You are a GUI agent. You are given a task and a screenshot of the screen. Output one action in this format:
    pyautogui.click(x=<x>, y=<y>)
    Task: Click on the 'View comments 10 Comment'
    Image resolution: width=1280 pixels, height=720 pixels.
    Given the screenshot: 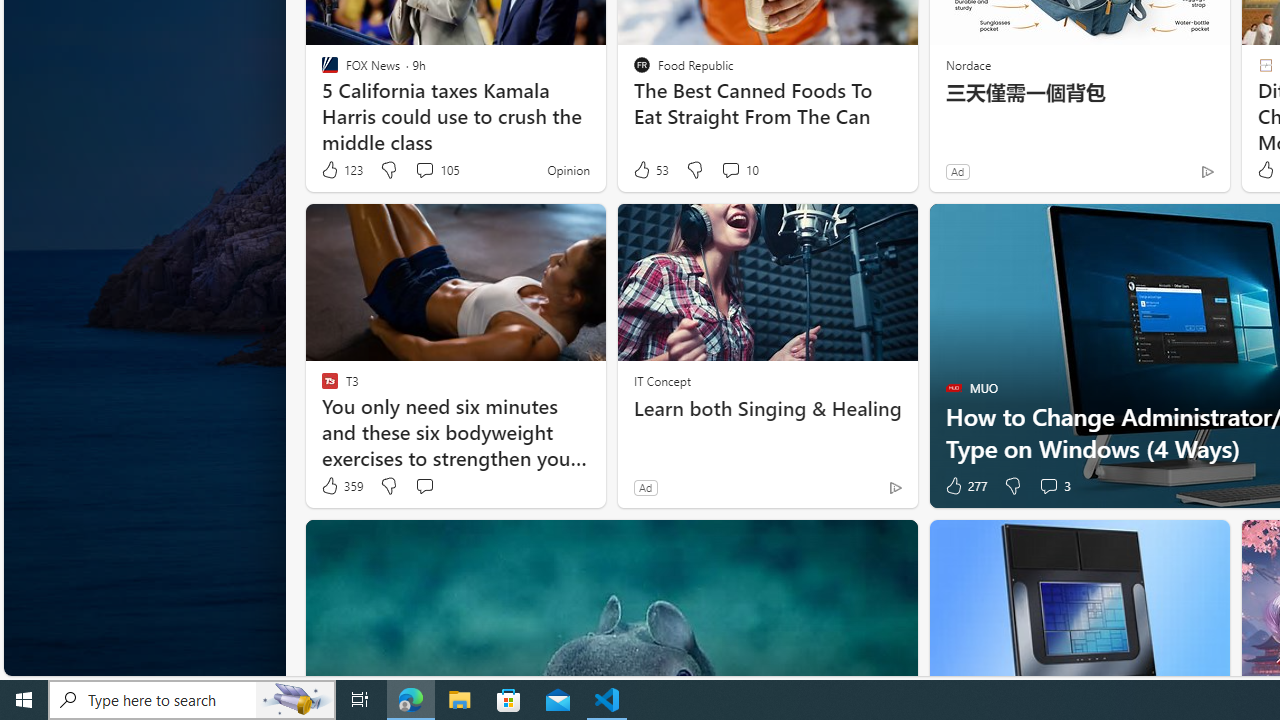 What is the action you would take?
    pyautogui.click(x=729, y=168)
    